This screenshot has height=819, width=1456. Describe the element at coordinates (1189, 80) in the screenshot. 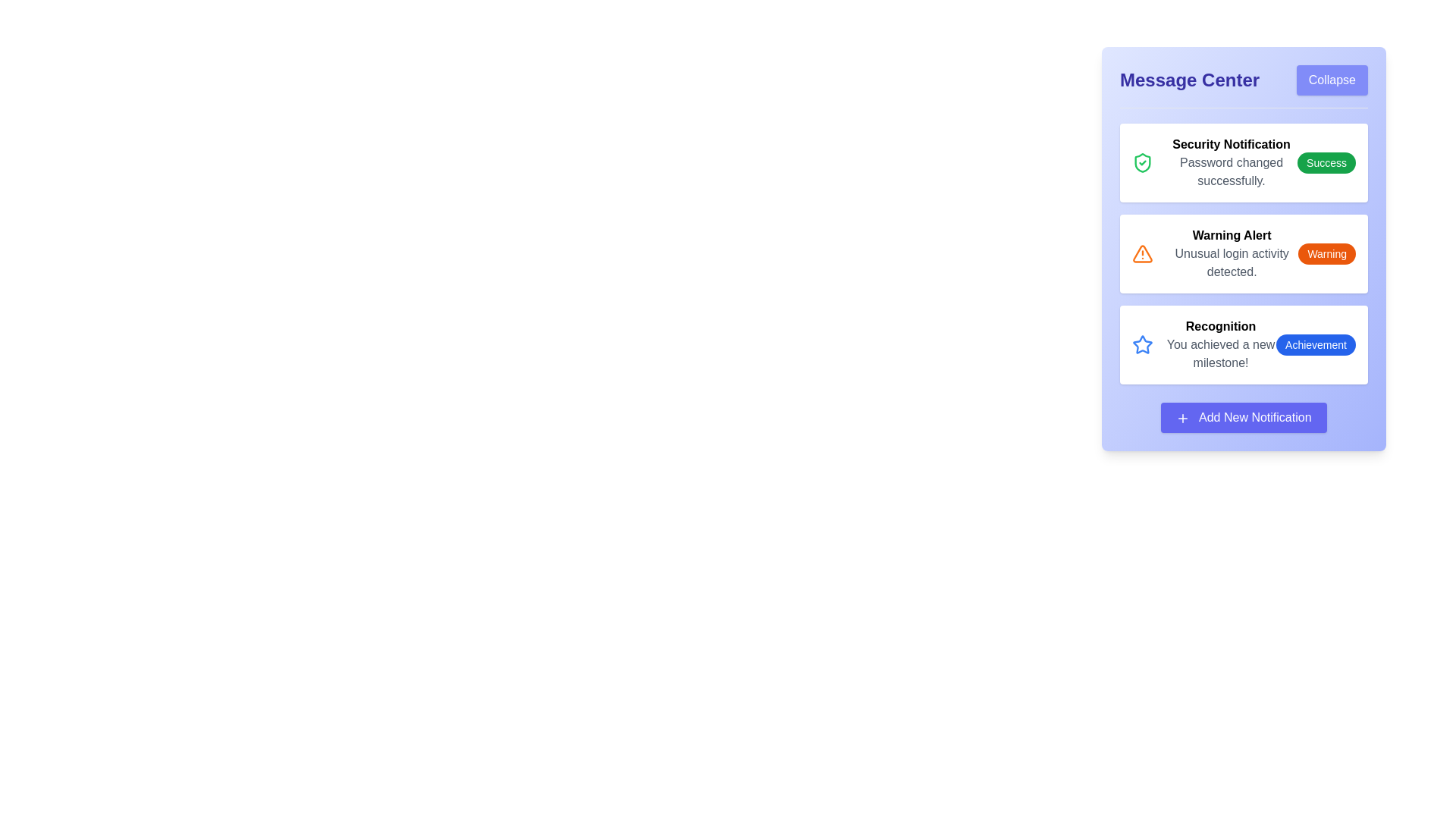

I see `the 'Message Center' text label, which is prominently displayed in bold indigo font at the top-left corner of the notification panel` at that location.